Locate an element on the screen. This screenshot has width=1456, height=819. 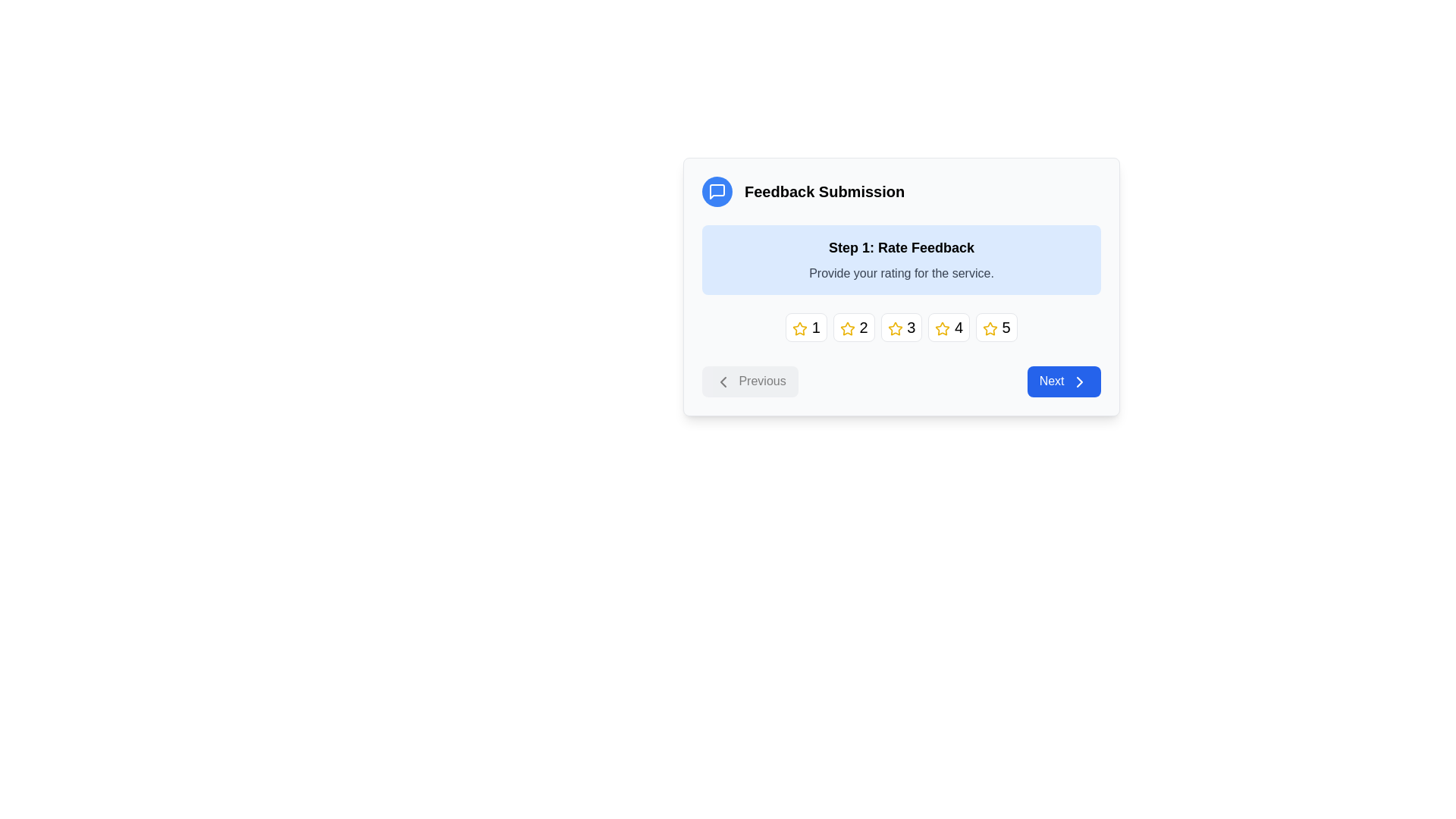
the clickable rating button for a rating of 5, which is located at the far-right of a horizontal row of rating buttons in the feedback submission interface is located at coordinates (996, 327).